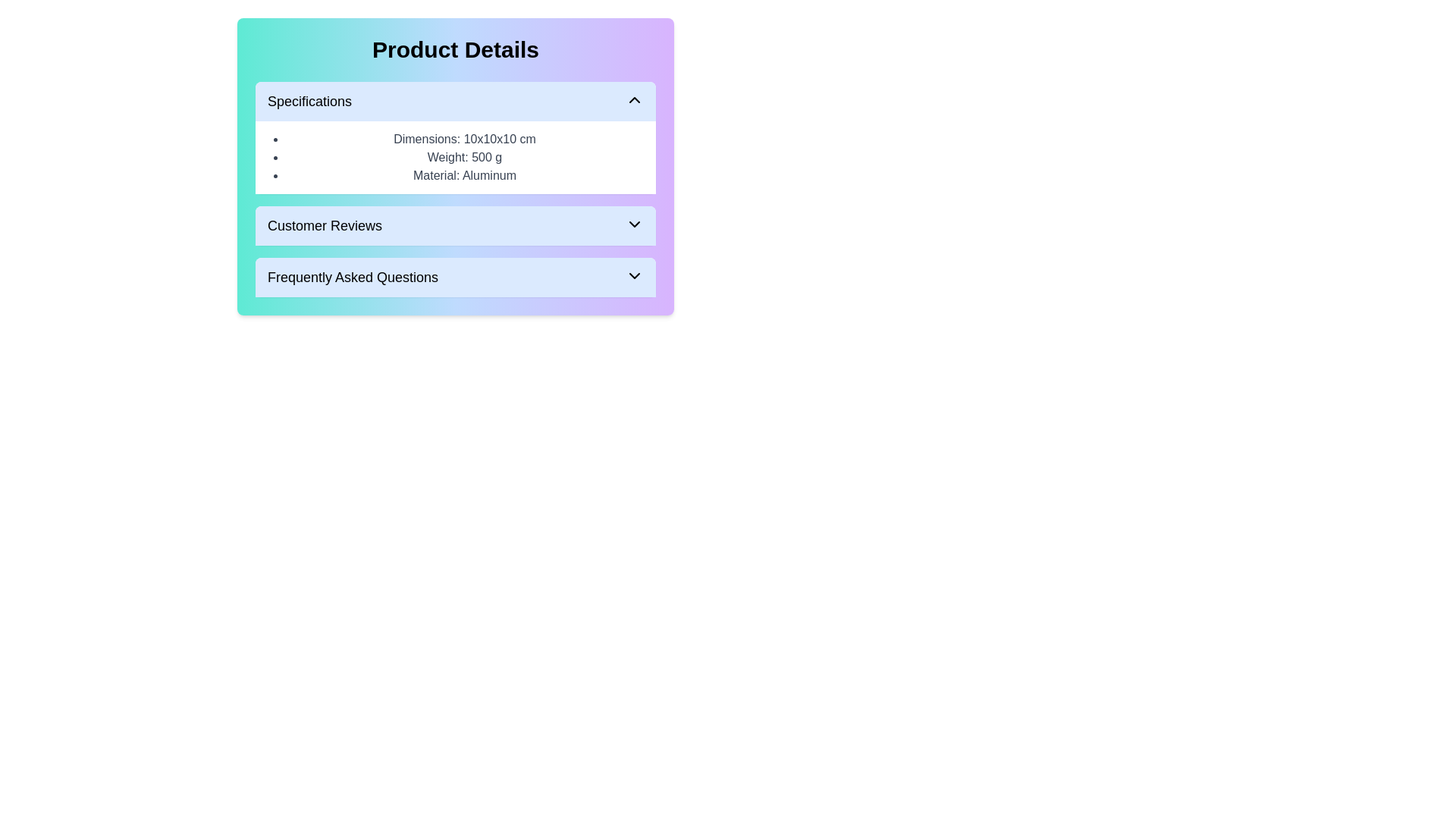 The image size is (1456, 819). I want to click on the Text Label that states the material composition of the product, specifically 'Aluminum', which is the last item in the bullet-pointed list under the 'Specifications' section, so click(464, 174).